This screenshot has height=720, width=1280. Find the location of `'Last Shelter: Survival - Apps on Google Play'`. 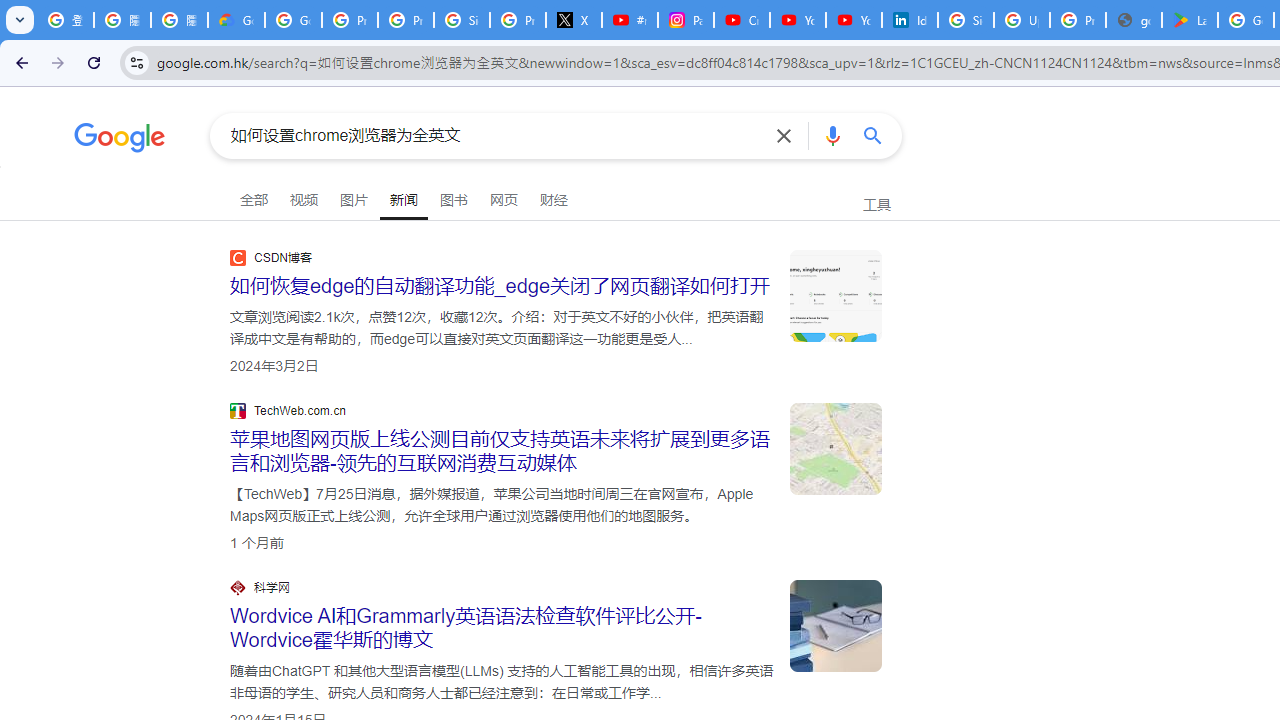

'Last Shelter: Survival - Apps on Google Play' is located at coordinates (1190, 20).